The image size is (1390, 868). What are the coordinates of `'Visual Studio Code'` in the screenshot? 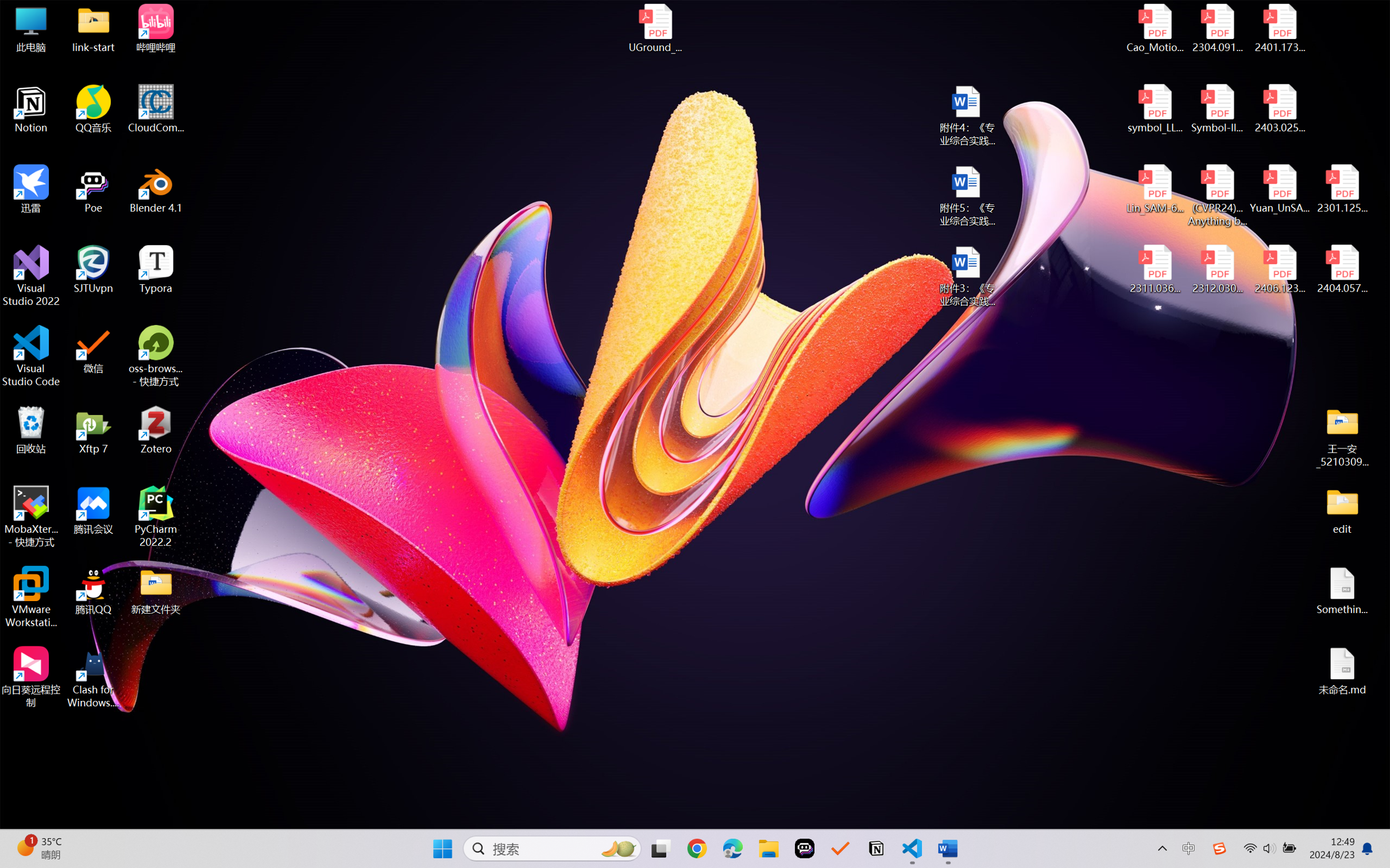 It's located at (30, 355).